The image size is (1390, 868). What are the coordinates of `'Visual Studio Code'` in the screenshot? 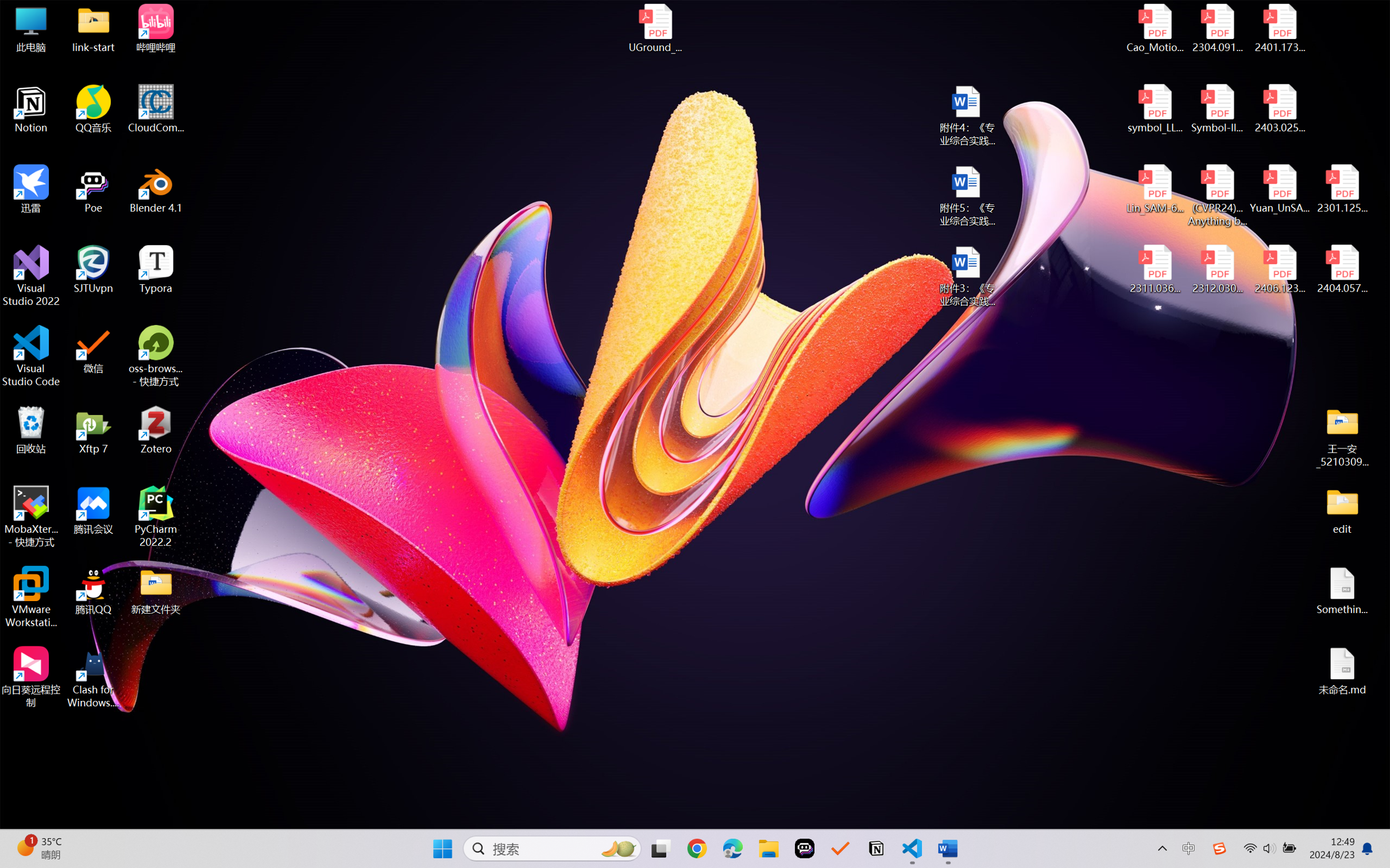 It's located at (30, 355).